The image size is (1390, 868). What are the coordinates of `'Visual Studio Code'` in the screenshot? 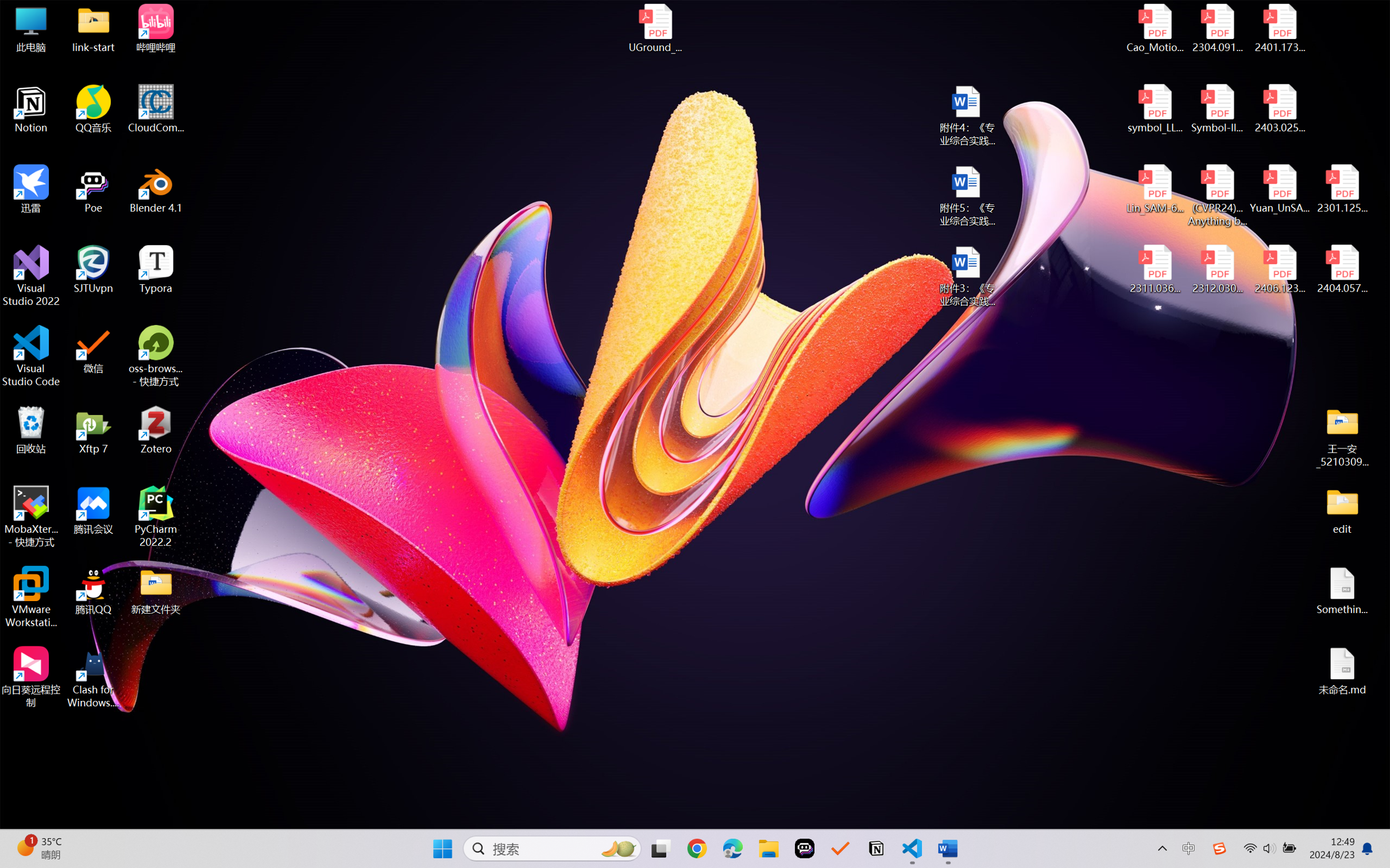 It's located at (30, 355).